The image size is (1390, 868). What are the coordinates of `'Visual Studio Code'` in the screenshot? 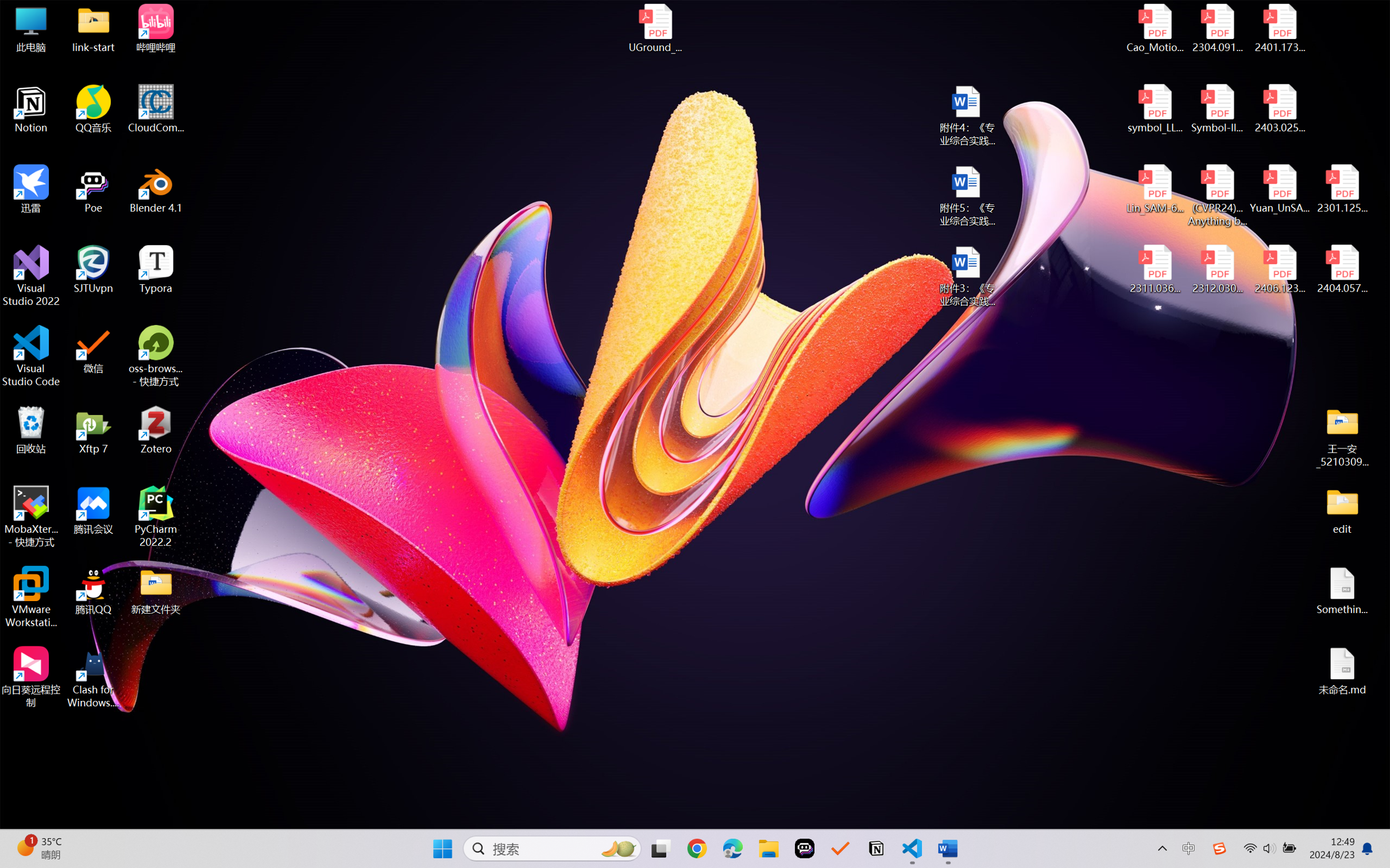 It's located at (30, 355).